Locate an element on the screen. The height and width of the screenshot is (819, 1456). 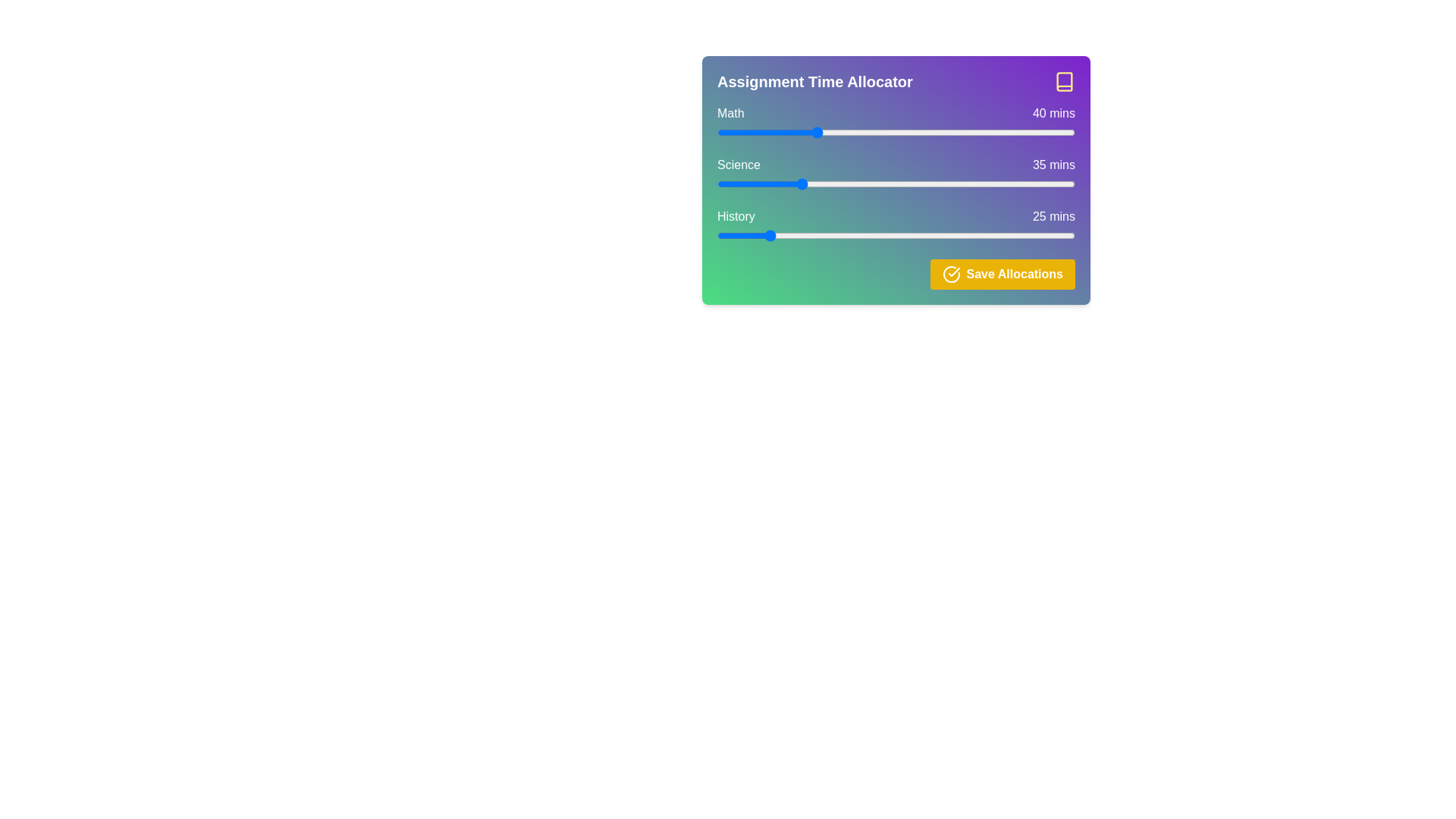
the slider for 'Math' is located at coordinates (776, 131).